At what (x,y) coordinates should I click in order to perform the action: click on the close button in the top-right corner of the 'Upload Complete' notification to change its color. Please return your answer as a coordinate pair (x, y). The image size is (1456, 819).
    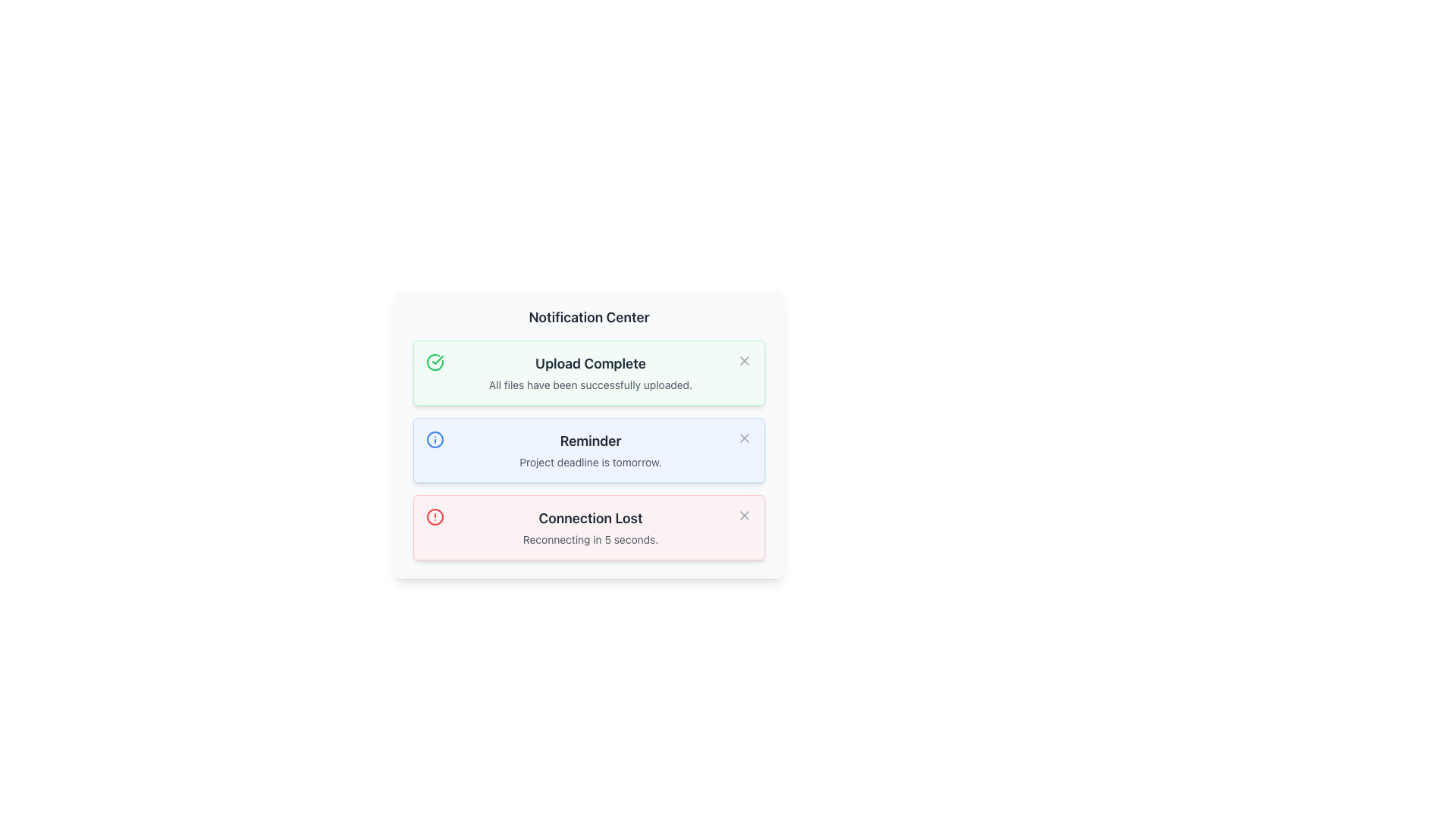
    Looking at the image, I should click on (739, 360).